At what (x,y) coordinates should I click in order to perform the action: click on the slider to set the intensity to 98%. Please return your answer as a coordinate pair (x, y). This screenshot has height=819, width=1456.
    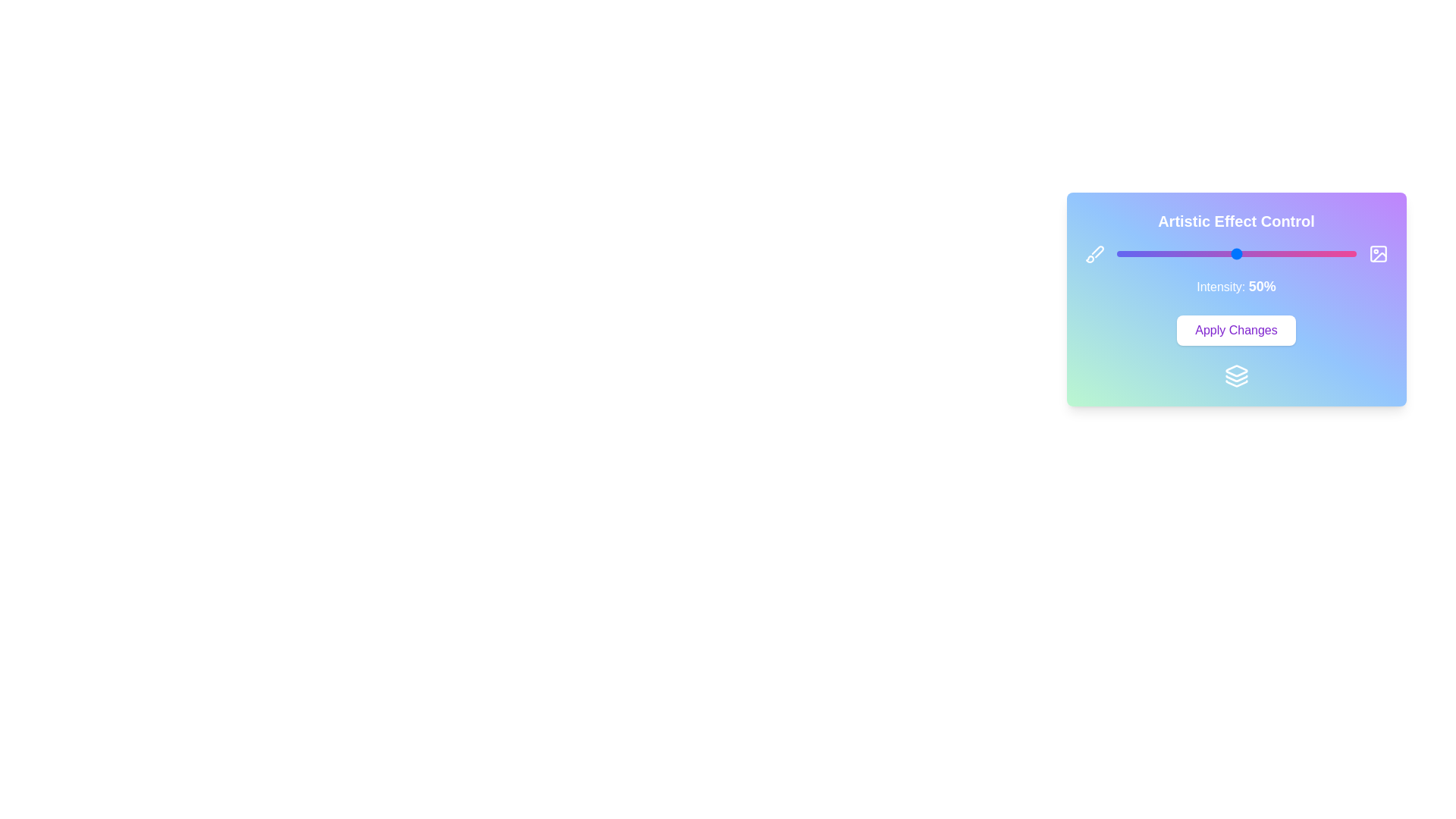
    Looking at the image, I should click on (1351, 253).